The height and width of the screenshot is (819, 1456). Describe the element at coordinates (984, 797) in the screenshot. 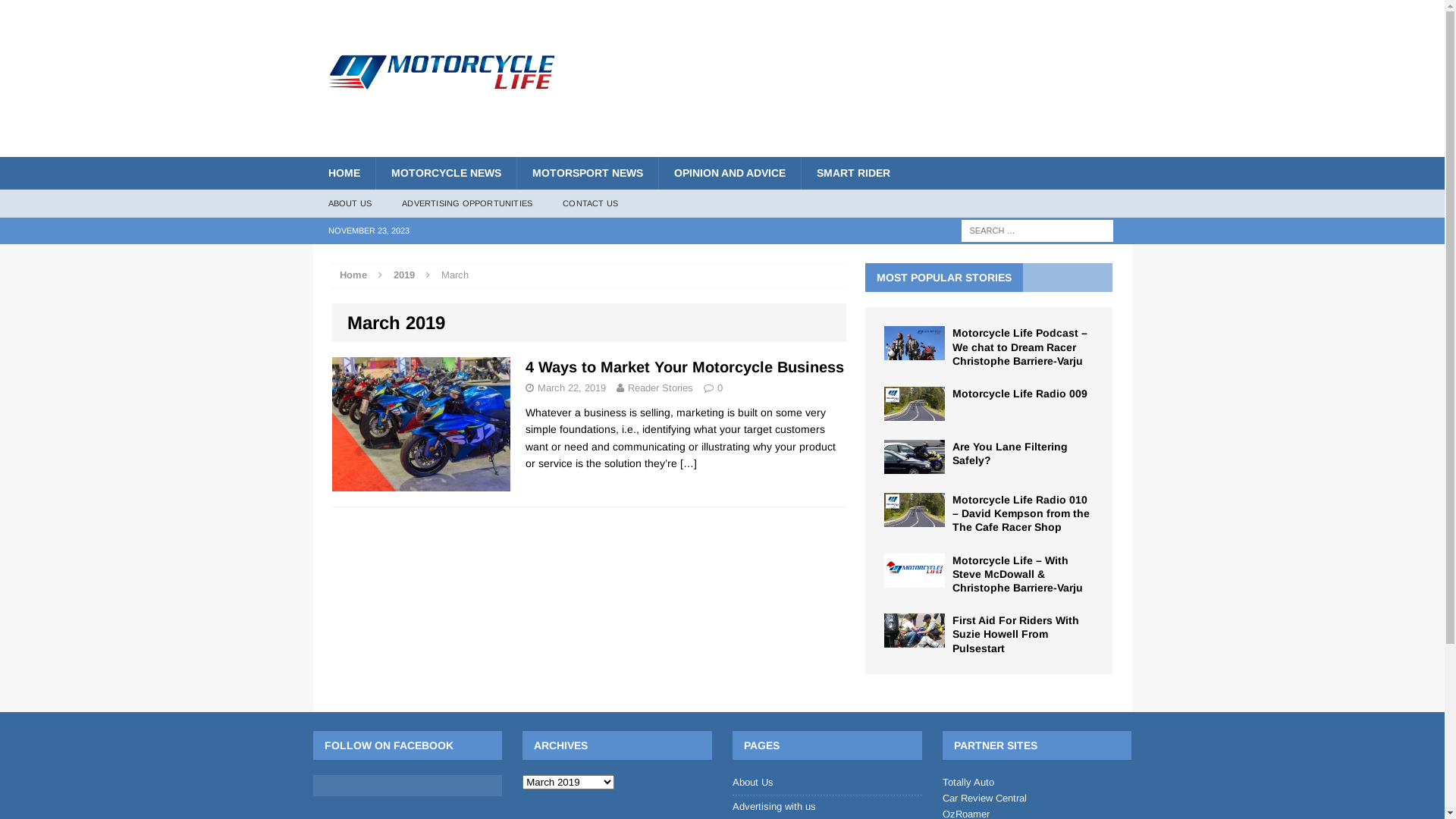

I see `'Car Review Central'` at that location.